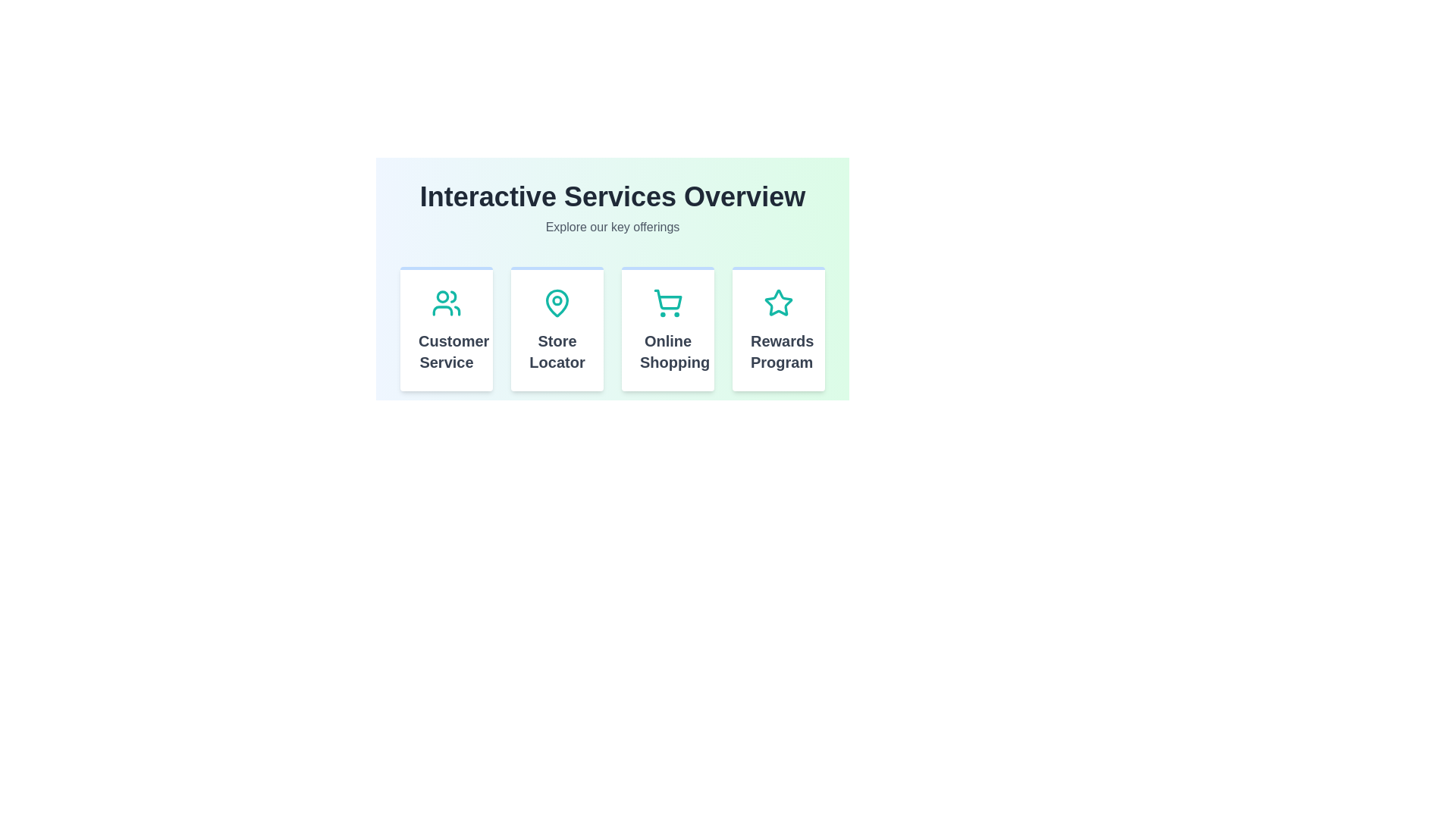  I want to click on the circular icon representing the head of the figure in the group icon at the upper-left region of the user illustration, so click(442, 296).